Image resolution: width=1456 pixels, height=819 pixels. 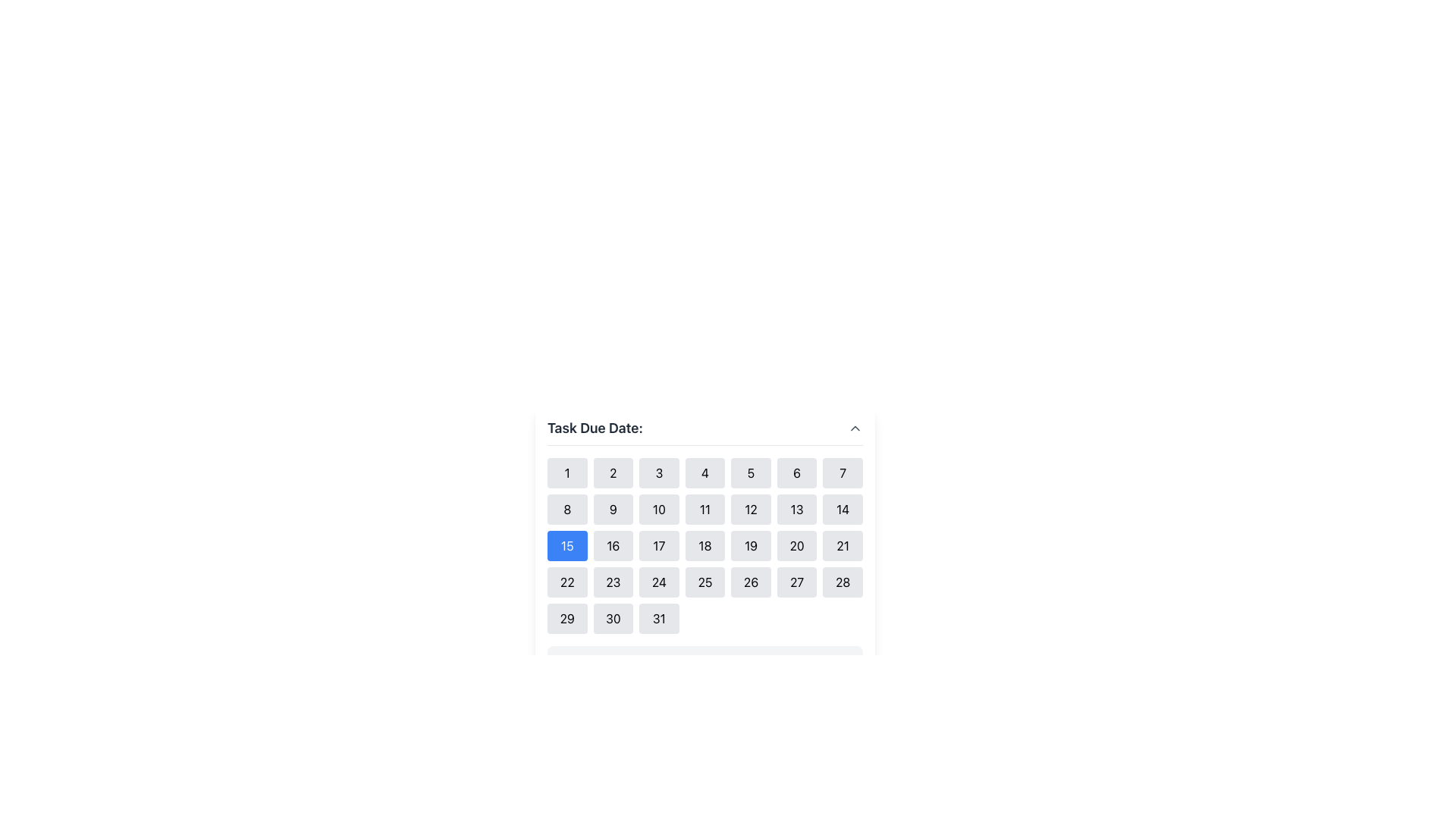 I want to click on the button in the calendar grid interface that allows users, so click(x=796, y=546).